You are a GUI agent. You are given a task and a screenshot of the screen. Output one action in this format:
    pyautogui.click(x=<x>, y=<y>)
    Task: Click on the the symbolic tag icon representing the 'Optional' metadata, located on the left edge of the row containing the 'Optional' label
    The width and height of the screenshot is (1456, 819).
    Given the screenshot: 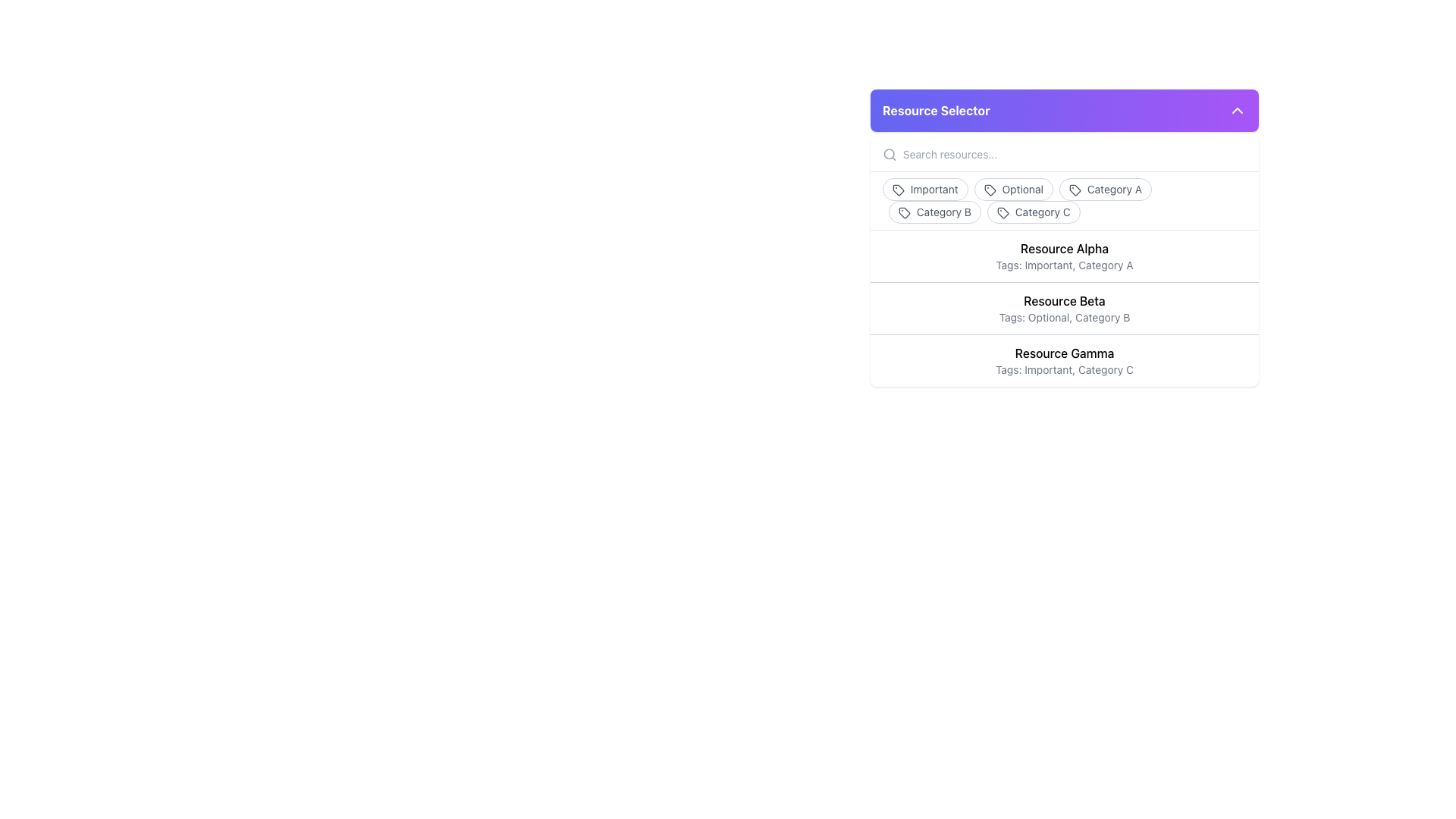 What is the action you would take?
    pyautogui.click(x=990, y=190)
    